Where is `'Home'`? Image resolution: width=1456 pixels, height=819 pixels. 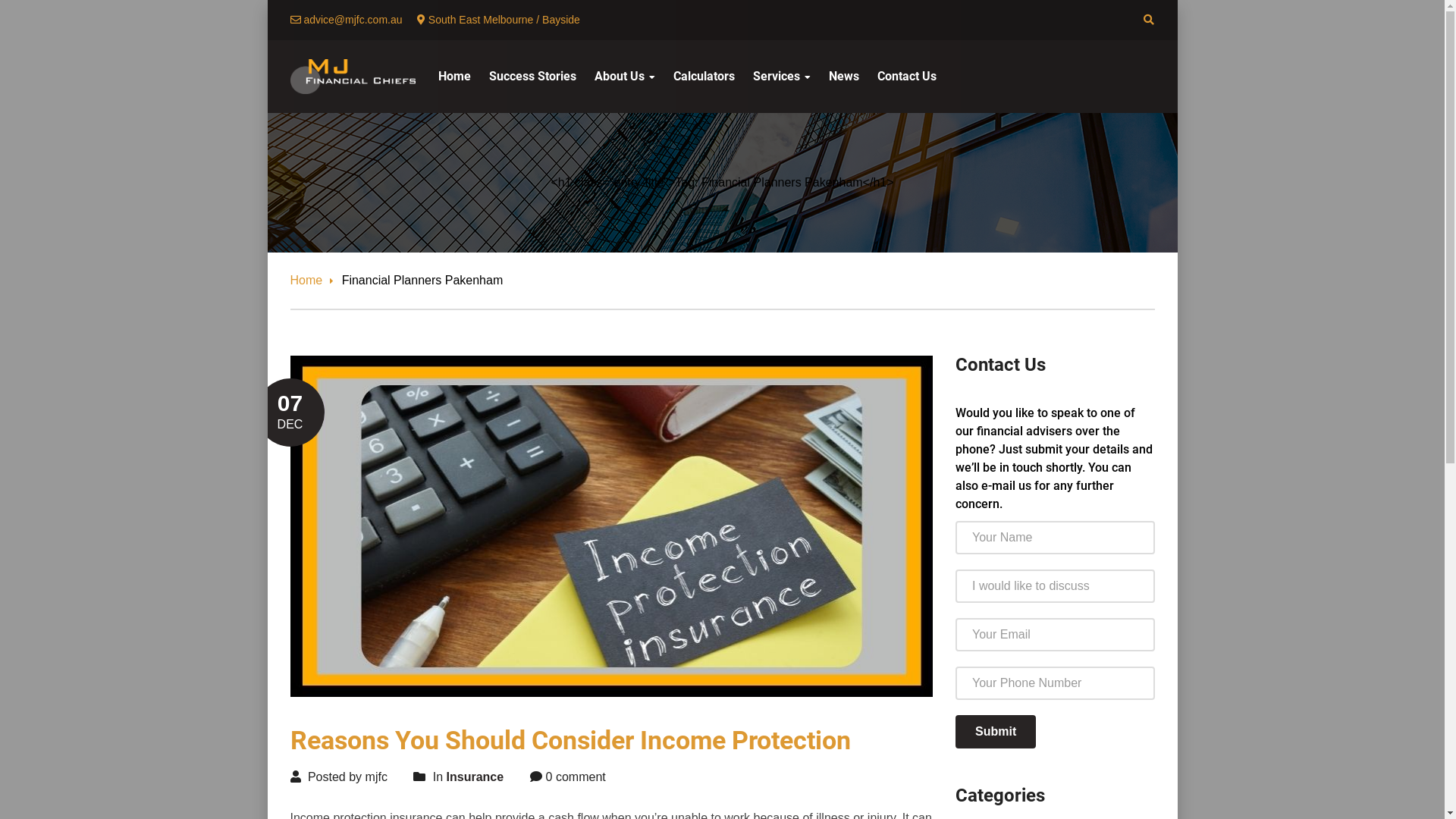 'Home' is located at coordinates (453, 76).